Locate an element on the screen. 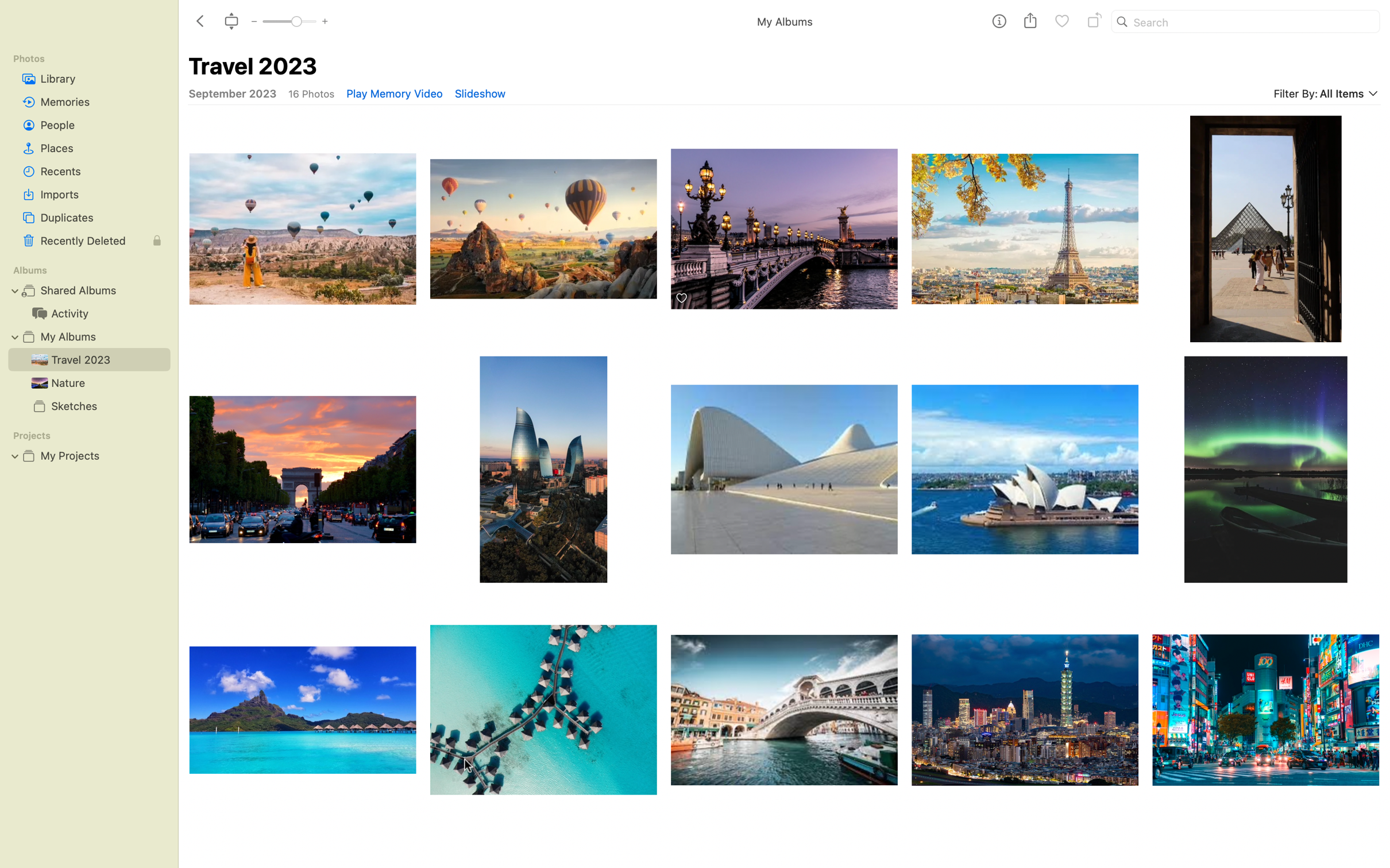  the replay of memories video is located at coordinates (393, 93).